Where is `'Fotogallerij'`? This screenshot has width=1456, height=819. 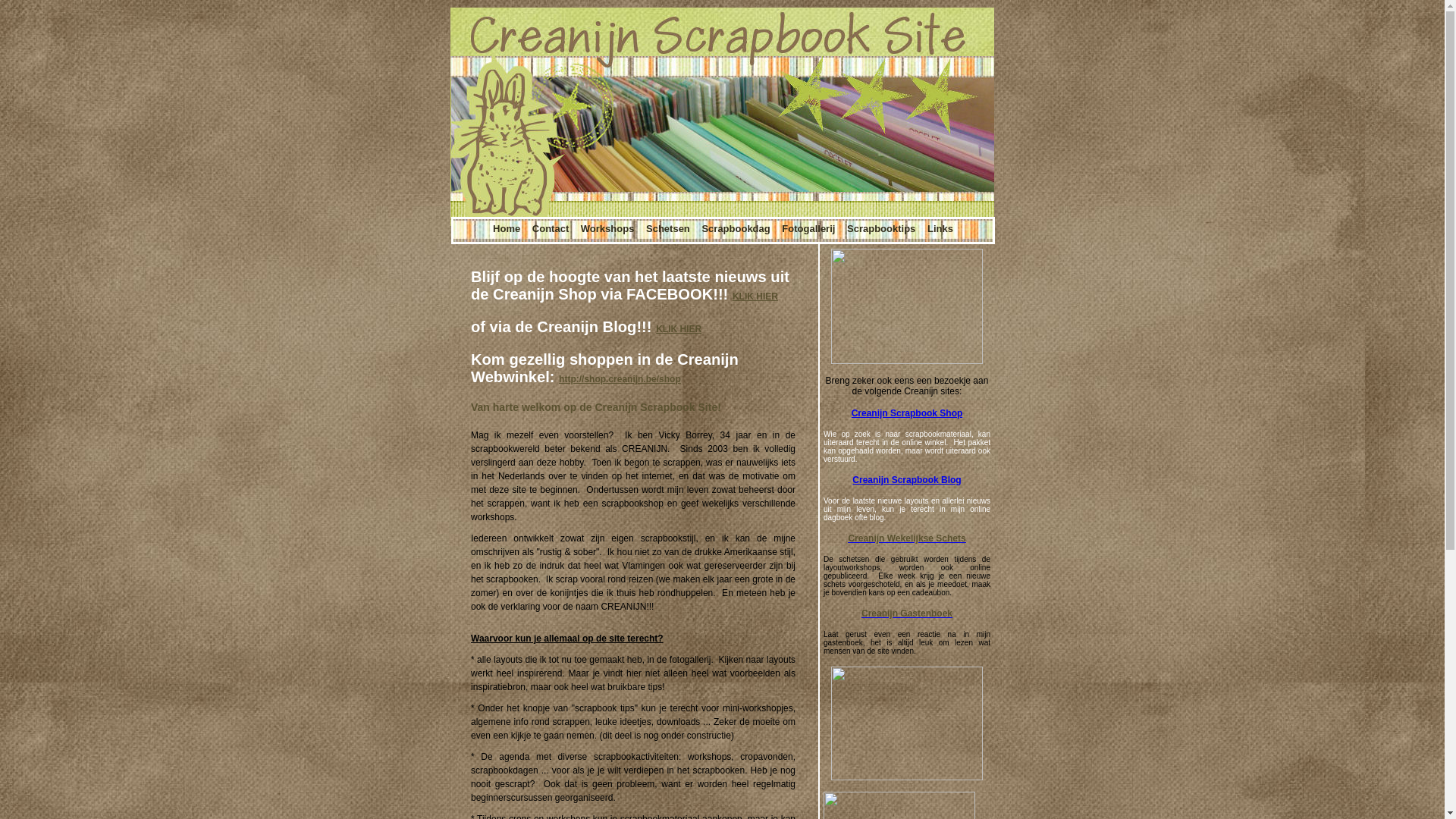 'Fotogallerij' is located at coordinates (809, 228).